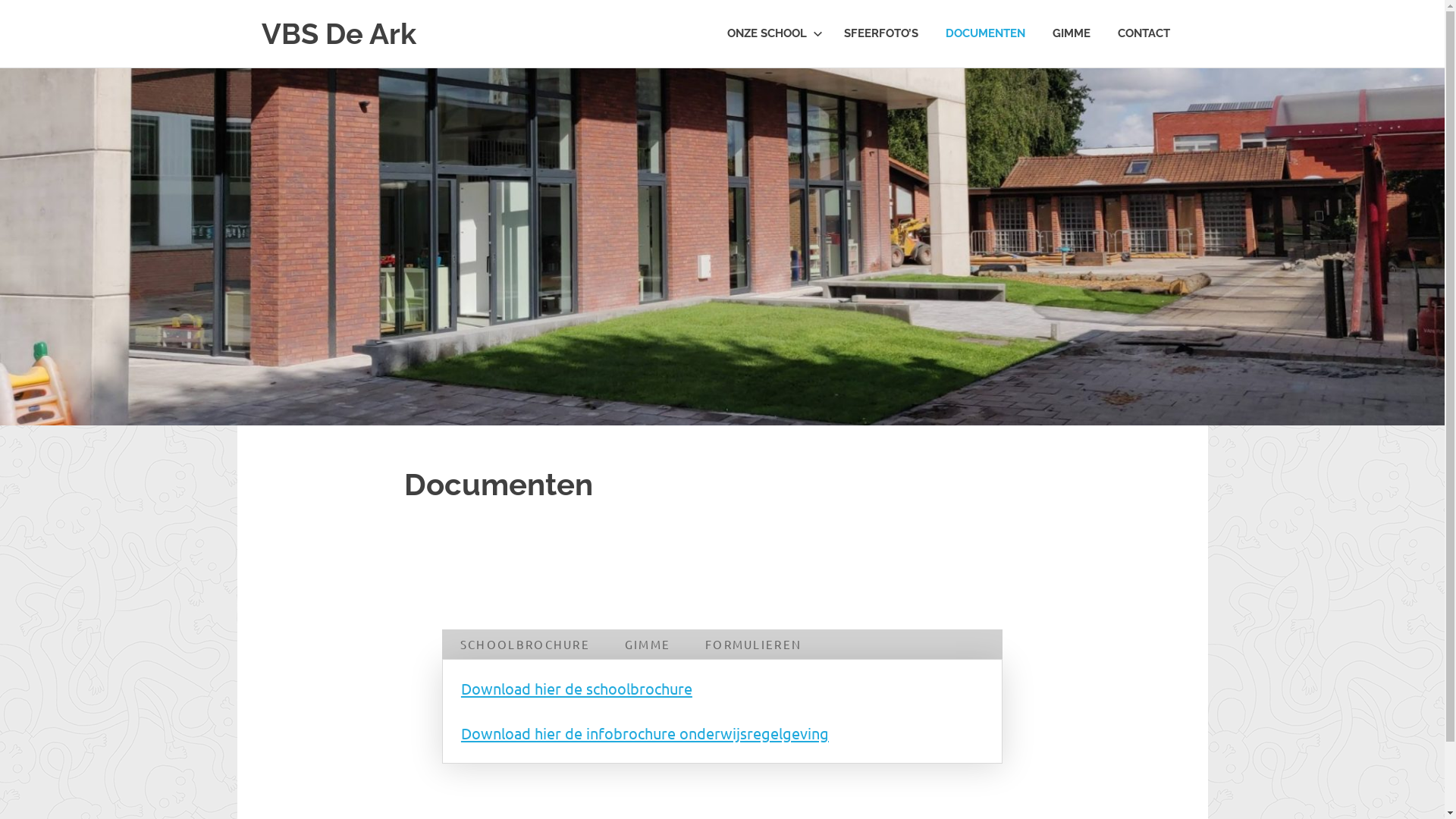  What do you see at coordinates (984, 33) in the screenshot?
I see `'DOCUMENTEN'` at bounding box center [984, 33].